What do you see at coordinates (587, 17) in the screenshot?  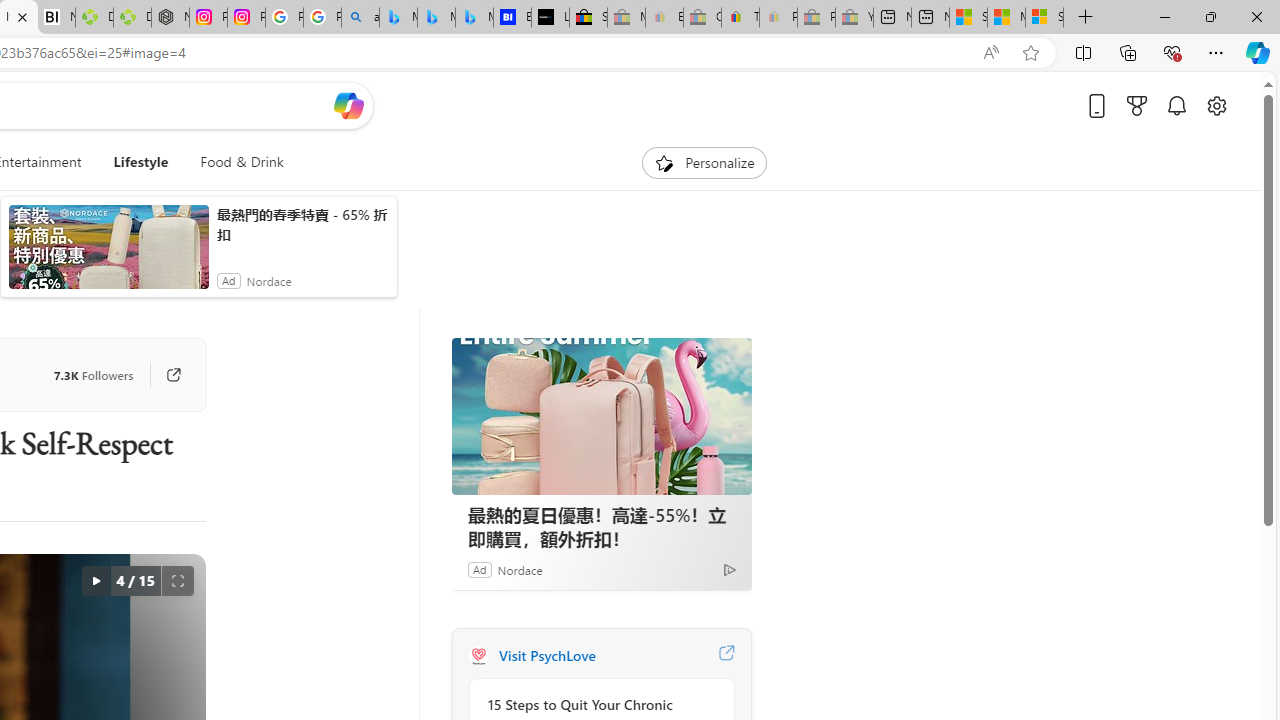 I see `'Selling on eBay | Electronics, Fashion, Home & Garden | eBay'` at bounding box center [587, 17].